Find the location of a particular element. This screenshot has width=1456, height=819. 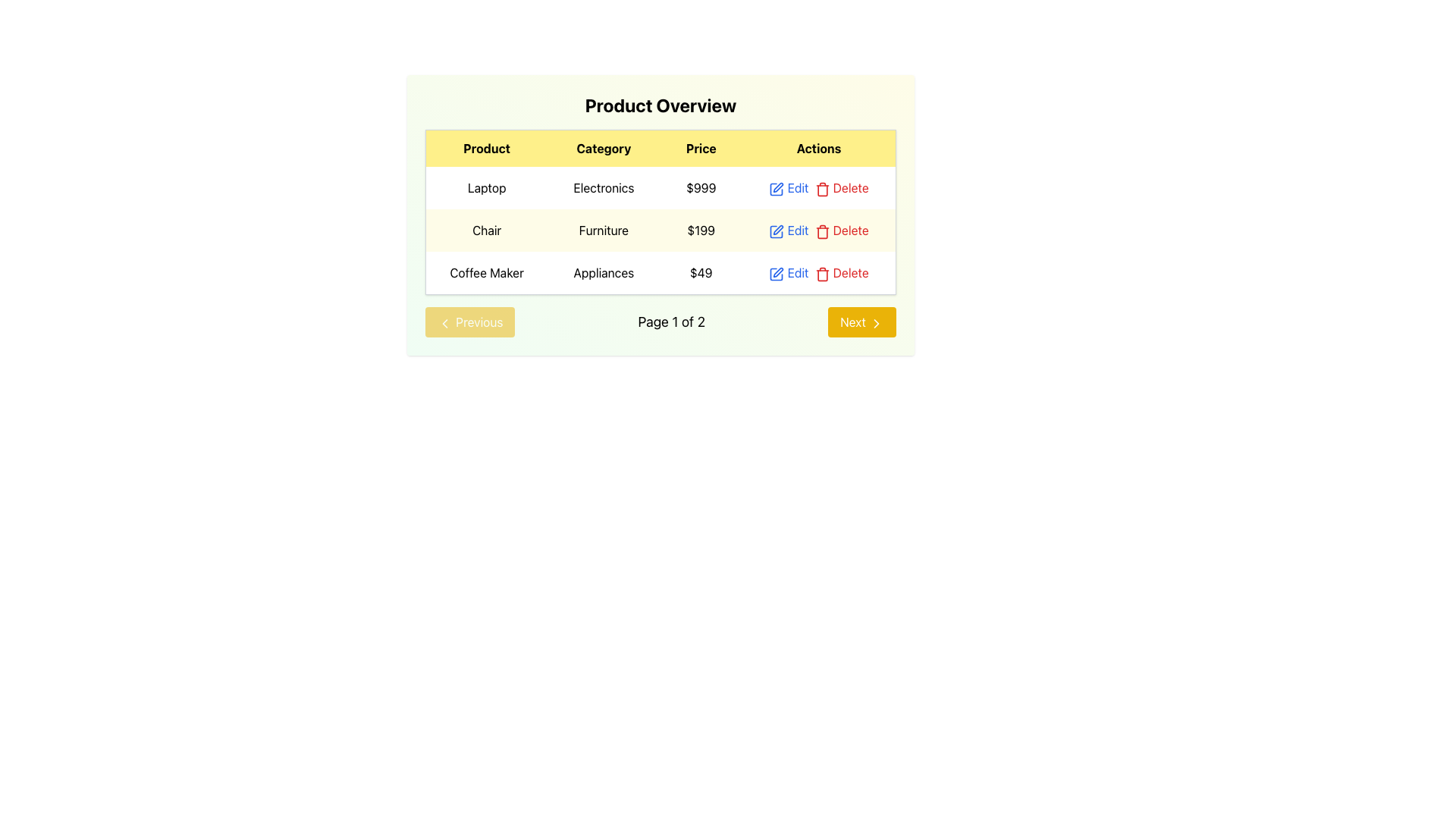

the 'Product' column header in the table, which is located at the top-left of the table structure, directly left of the 'Category' header is located at coordinates (486, 148).